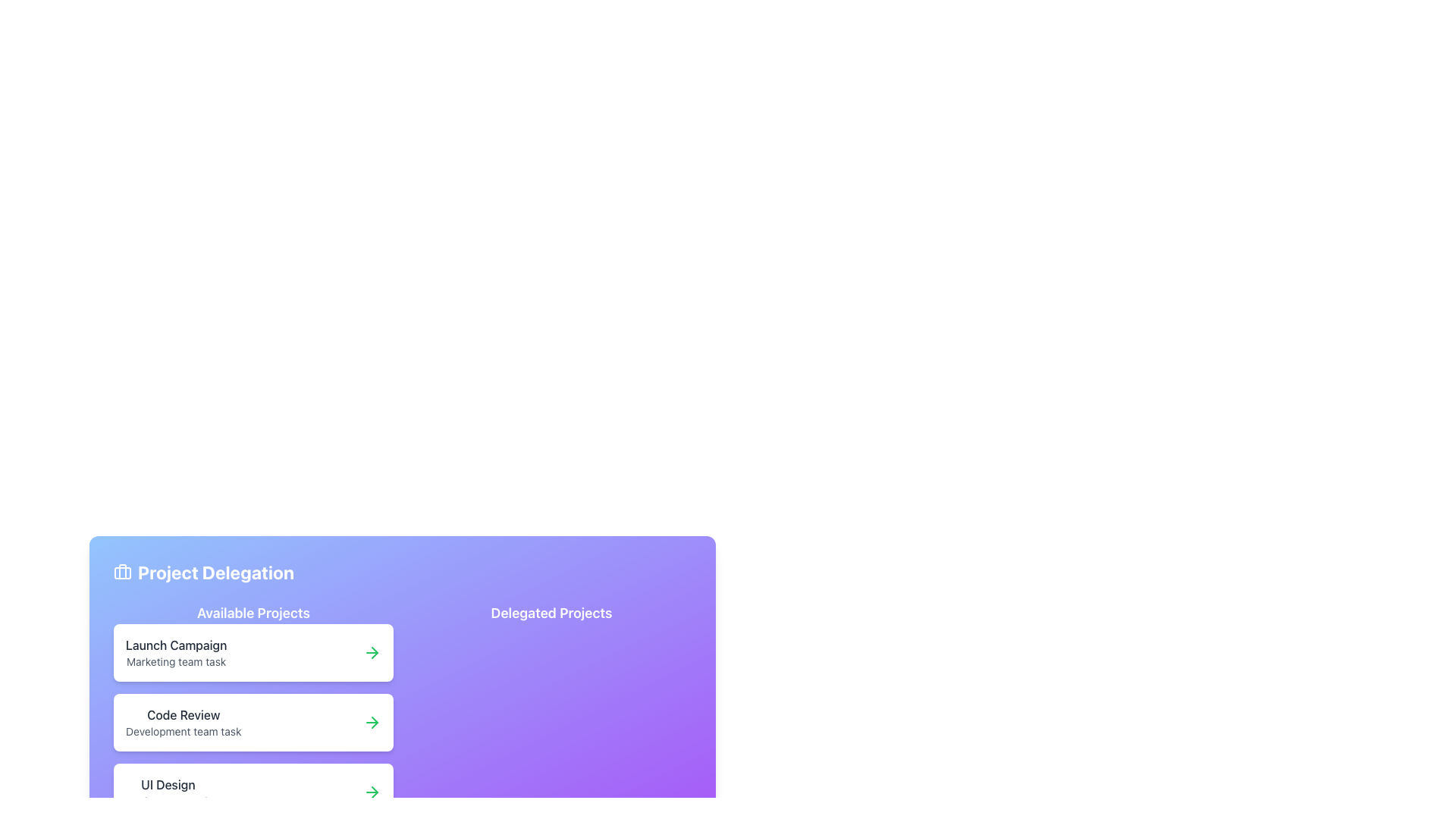 This screenshot has height=819, width=1456. I want to click on keyboard navigation, so click(253, 721).